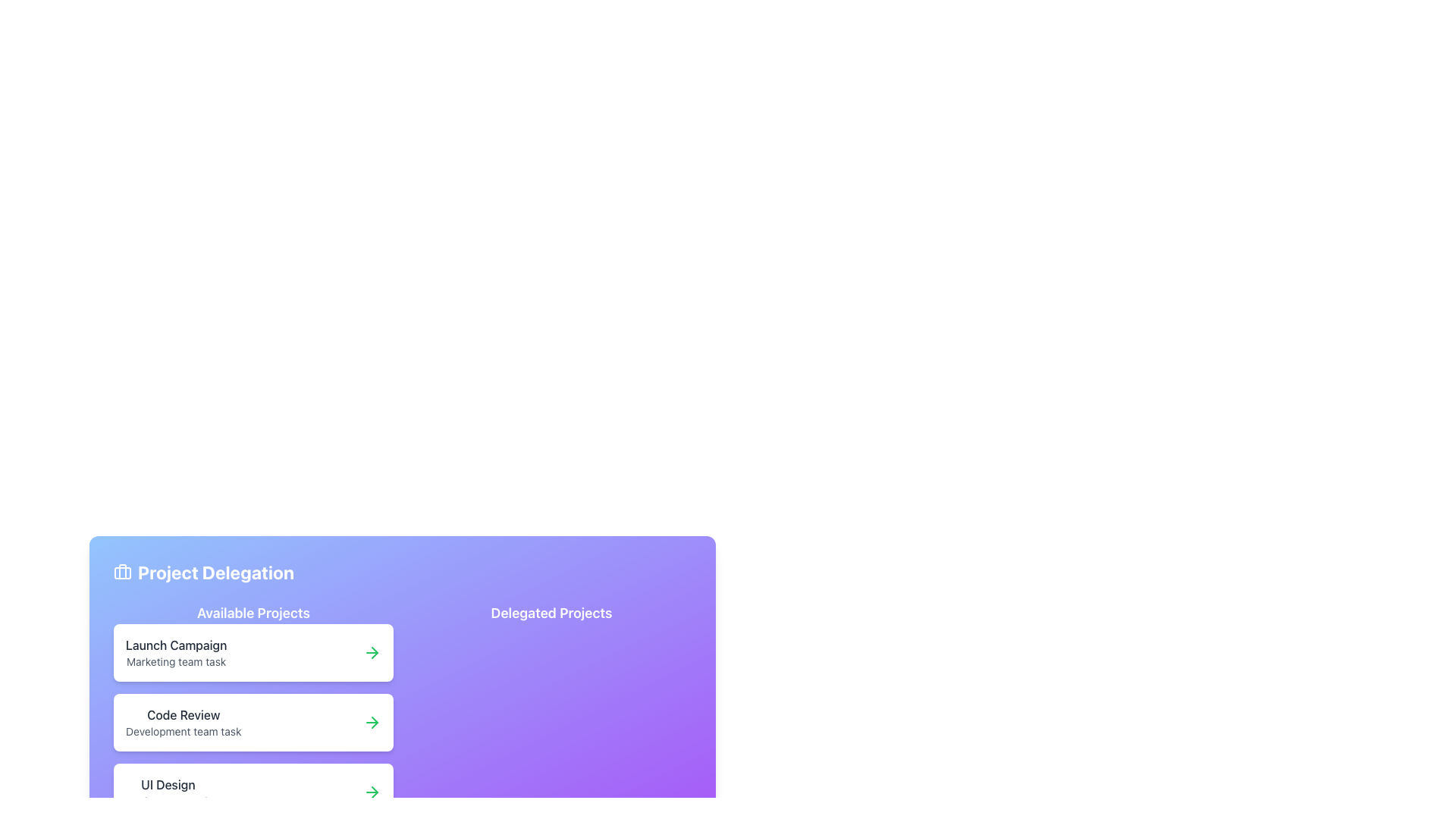 This screenshot has height=819, width=1456. I want to click on keyboard navigation, so click(253, 721).